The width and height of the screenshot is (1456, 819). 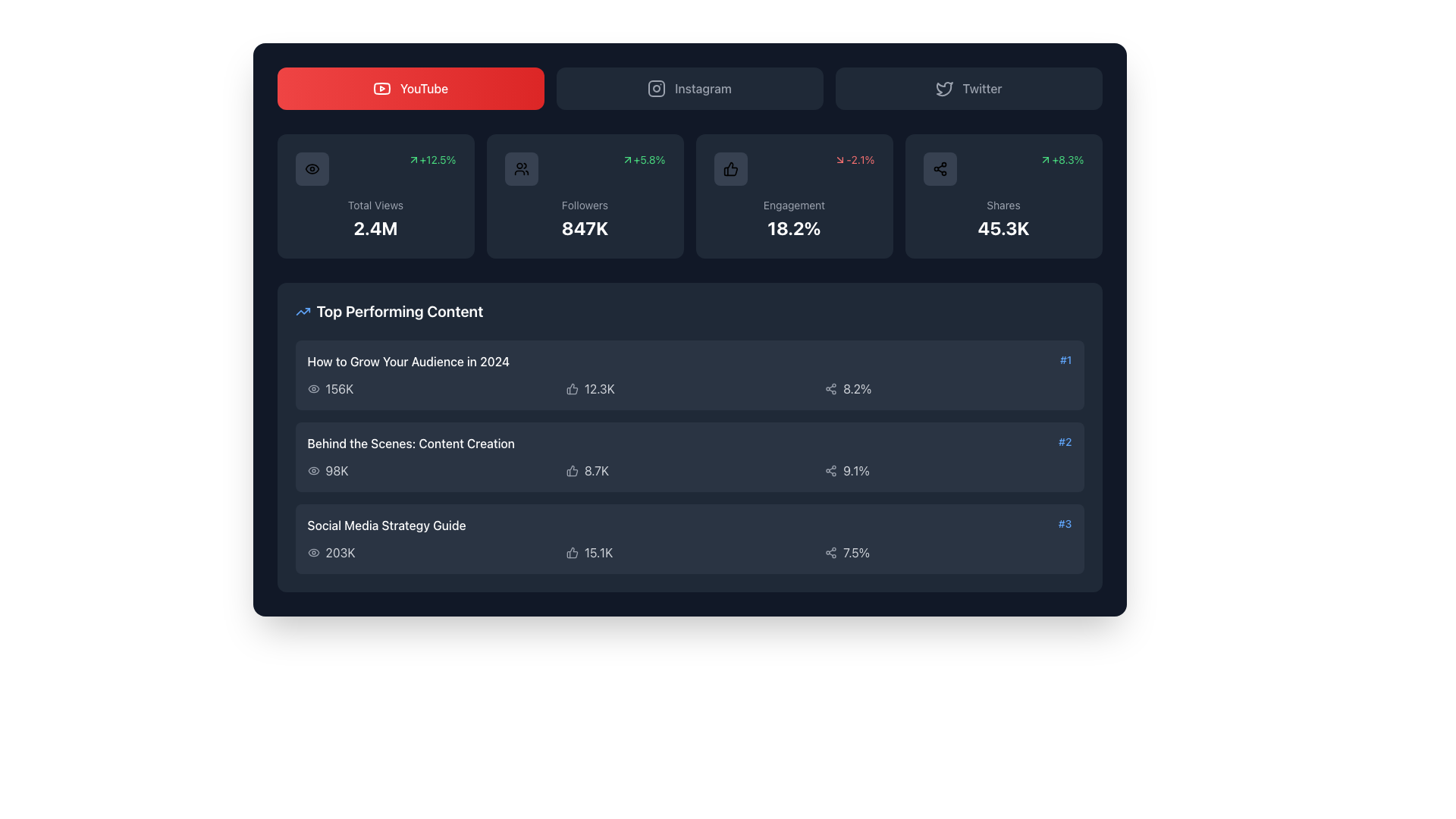 I want to click on the bottommost item in the 'Top Performing Content' section of the leaderboard, which displays the title in white and its rank in blue, so click(x=689, y=529).